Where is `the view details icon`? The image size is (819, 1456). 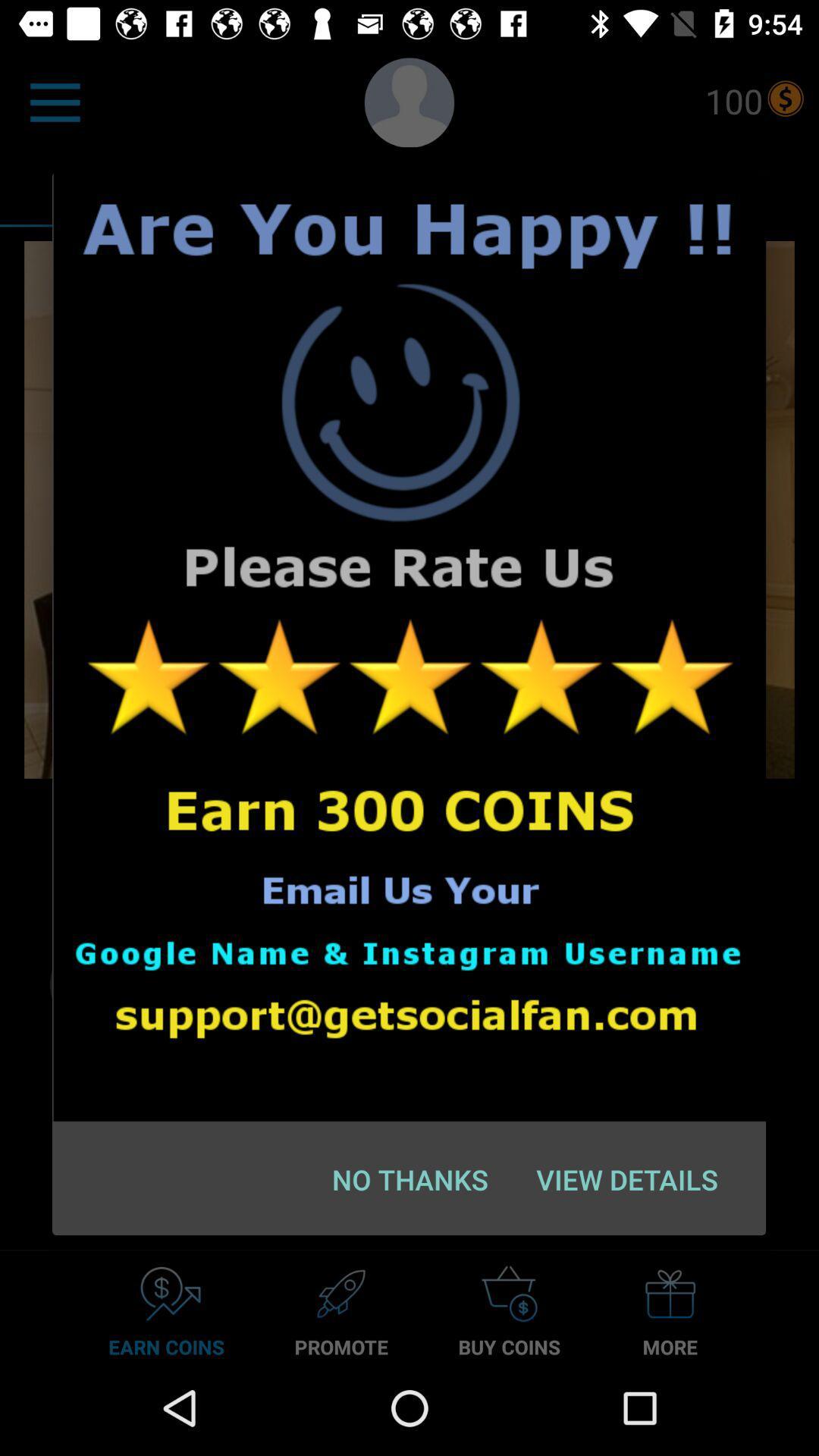
the view details icon is located at coordinates (627, 1178).